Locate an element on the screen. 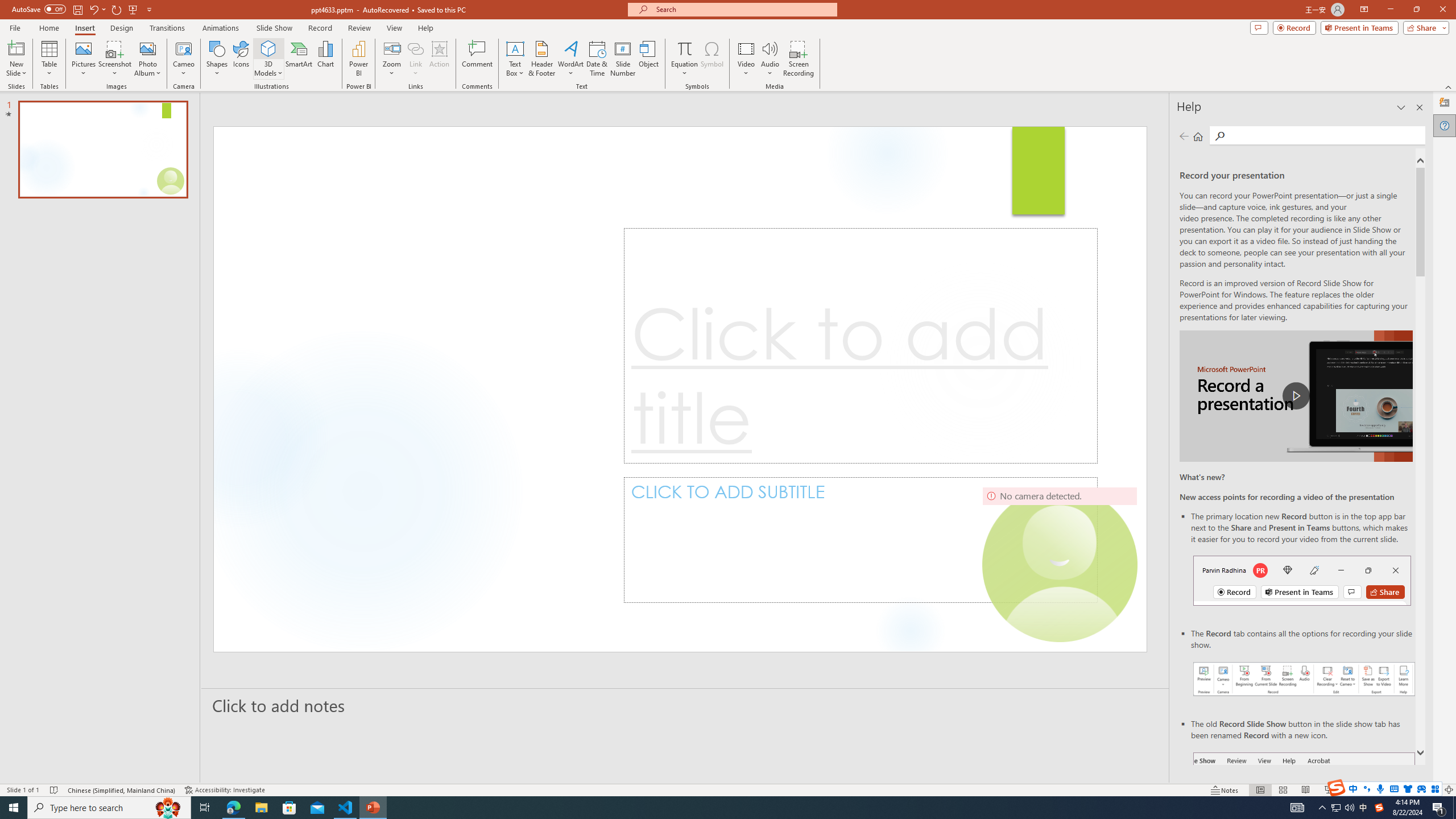 The width and height of the screenshot is (1456, 819). 'SmartArt...' is located at coordinates (299, 59).